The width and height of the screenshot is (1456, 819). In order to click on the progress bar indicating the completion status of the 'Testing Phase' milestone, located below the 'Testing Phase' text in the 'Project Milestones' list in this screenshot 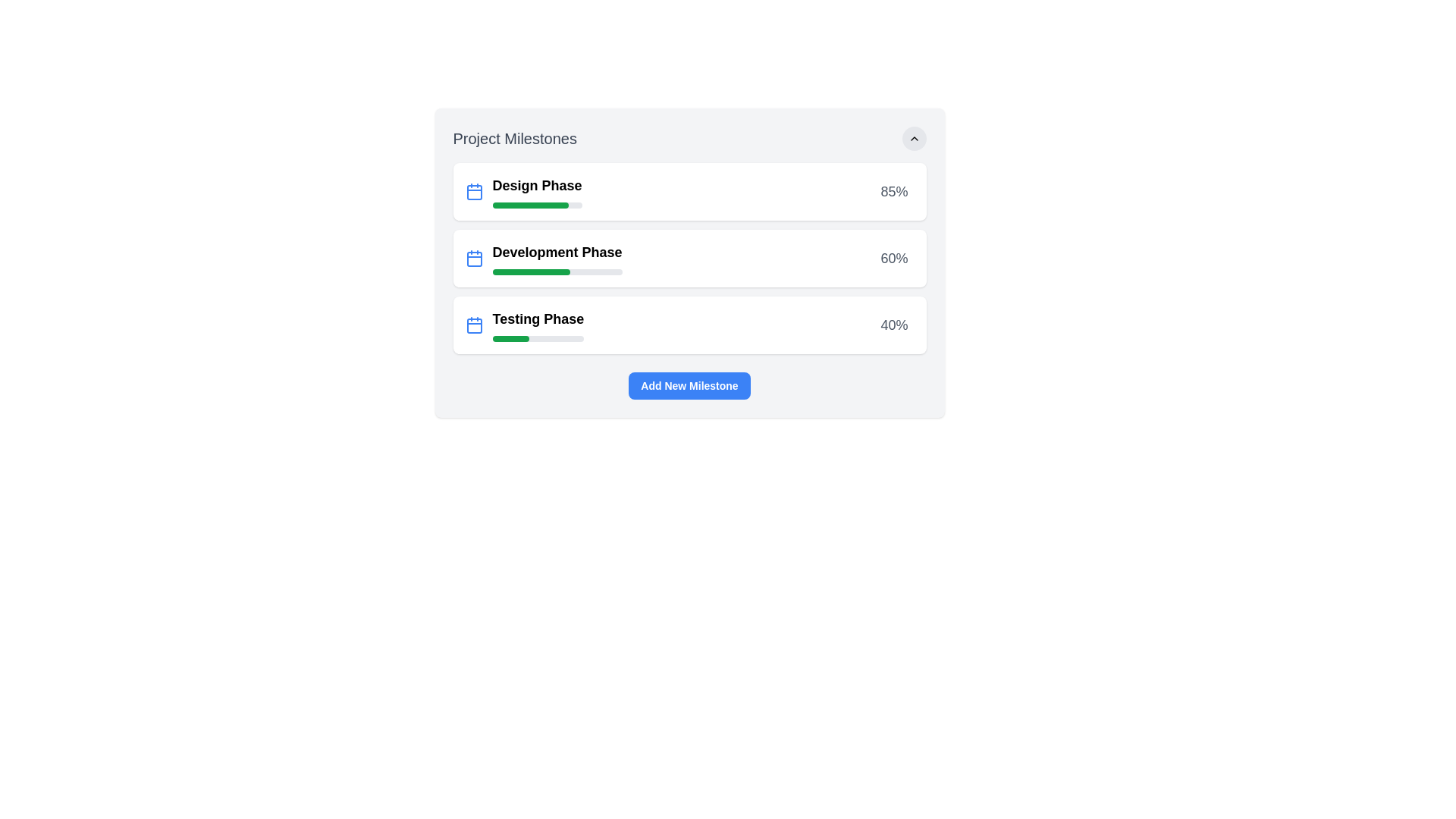, I will do `click(538, 338)`.